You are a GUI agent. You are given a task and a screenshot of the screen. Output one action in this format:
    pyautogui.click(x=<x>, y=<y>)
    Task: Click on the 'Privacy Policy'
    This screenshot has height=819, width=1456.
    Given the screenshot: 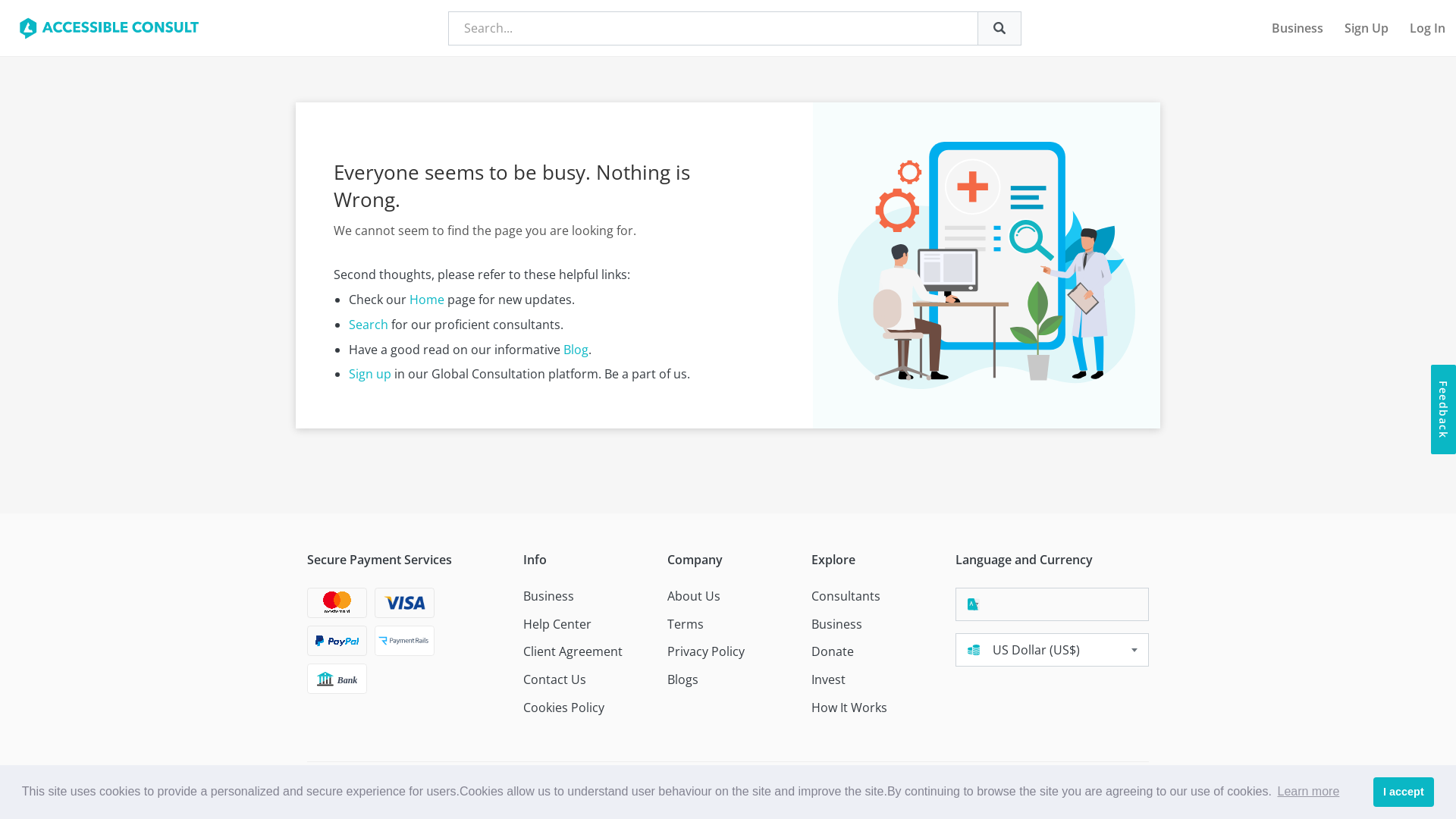 What is the action you would take?
    pyautogui.click(x=705, y=651)
    